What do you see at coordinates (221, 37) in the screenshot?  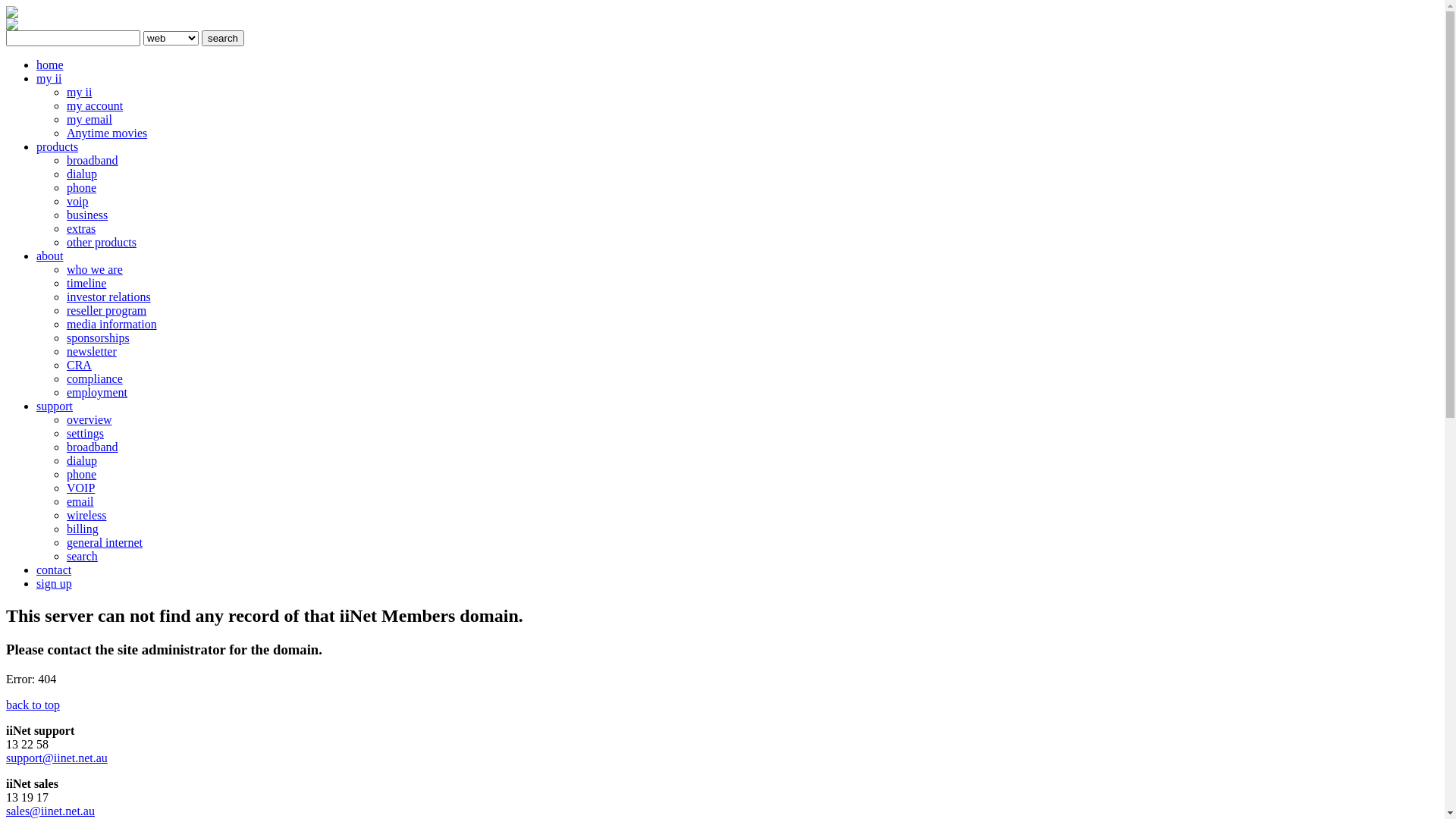 I see `'search'` at bounding box center [221, 37].